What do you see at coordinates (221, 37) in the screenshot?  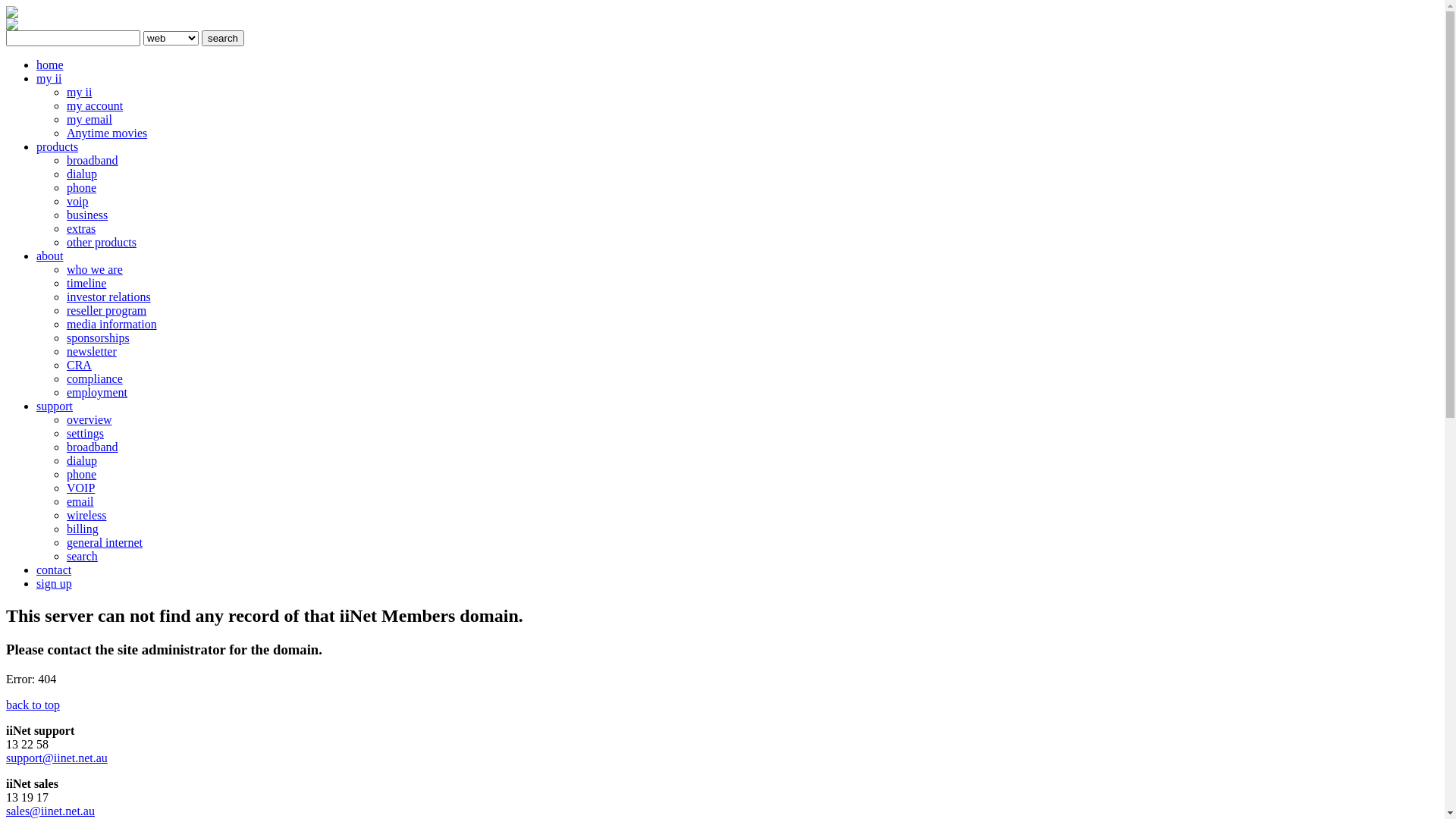 I see `'search'` at bounding box center [221, 37].